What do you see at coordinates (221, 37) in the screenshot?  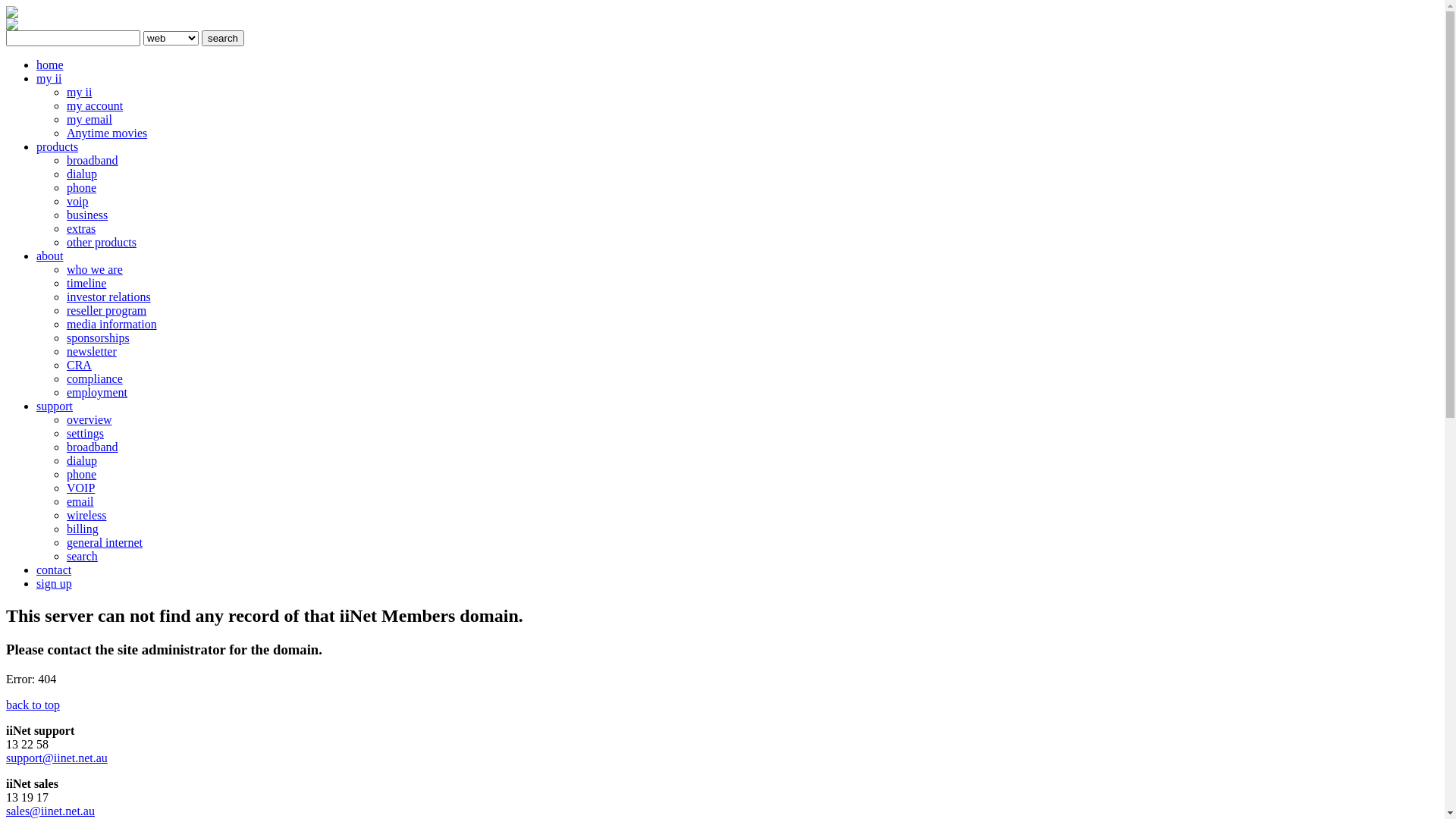 I see `'search'` at bounding box center [221, 37].